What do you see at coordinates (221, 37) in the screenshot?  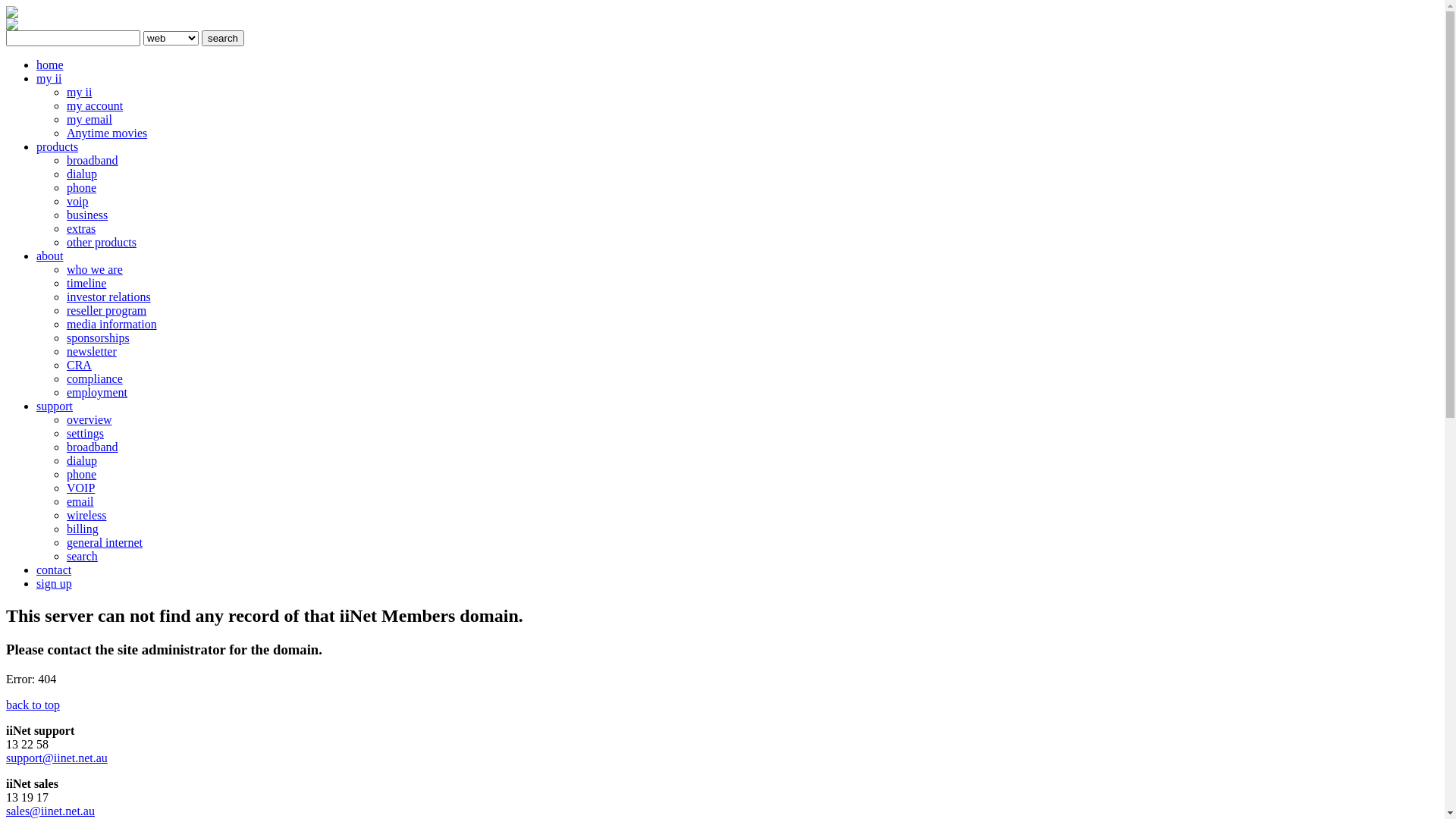 I see `'search'` at bounding box center [221, 37].